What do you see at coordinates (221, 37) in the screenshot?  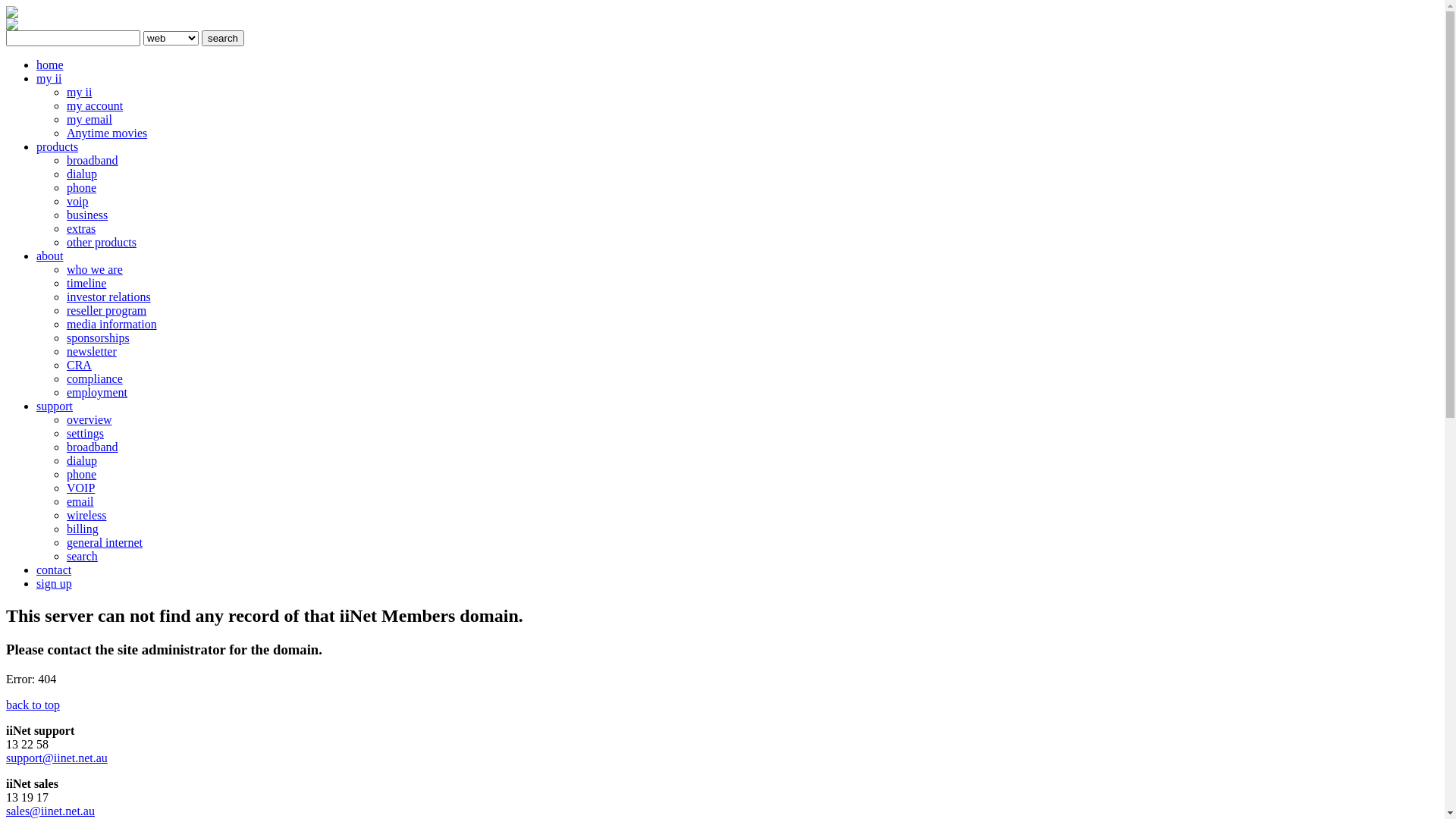 I see `'search'` at bounding box center [221, 37].